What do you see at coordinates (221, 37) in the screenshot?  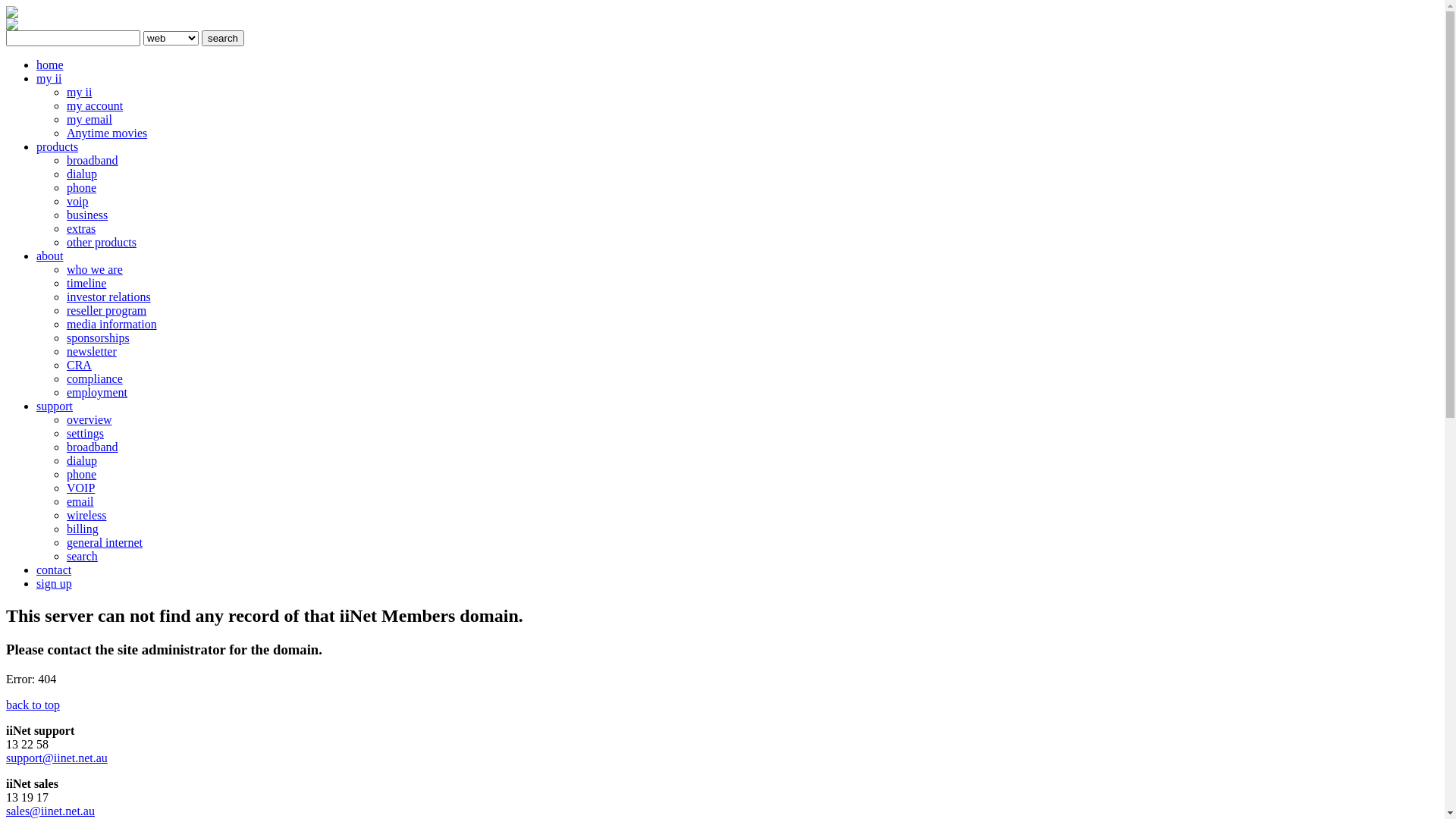 I see `'search'` at bounding box center [221, 37].